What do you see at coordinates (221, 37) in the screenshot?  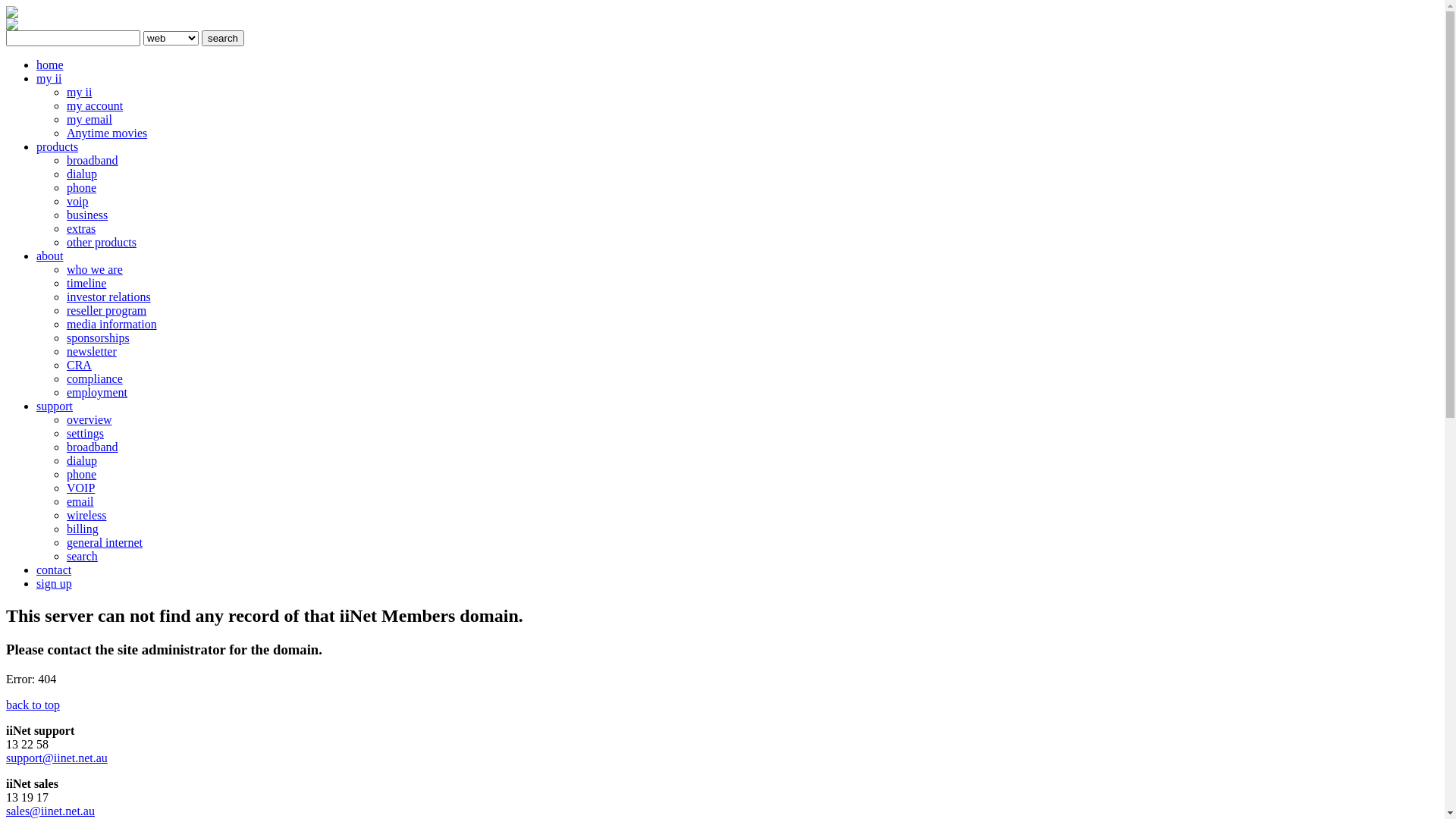 I see `'search'` at bounding box center [221, 37].